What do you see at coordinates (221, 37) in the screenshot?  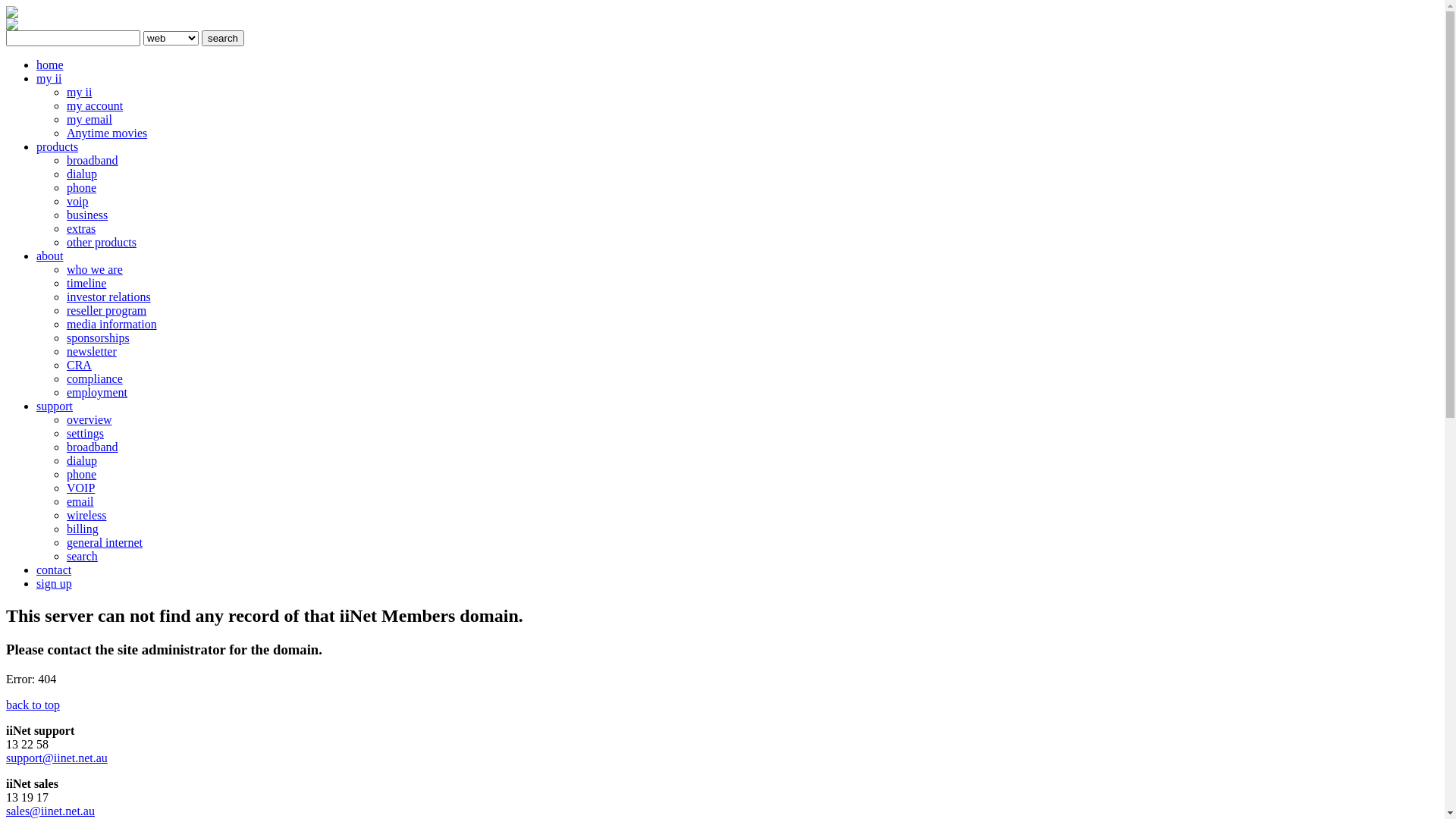 I see `'search'` at bounding box center [221, 37].